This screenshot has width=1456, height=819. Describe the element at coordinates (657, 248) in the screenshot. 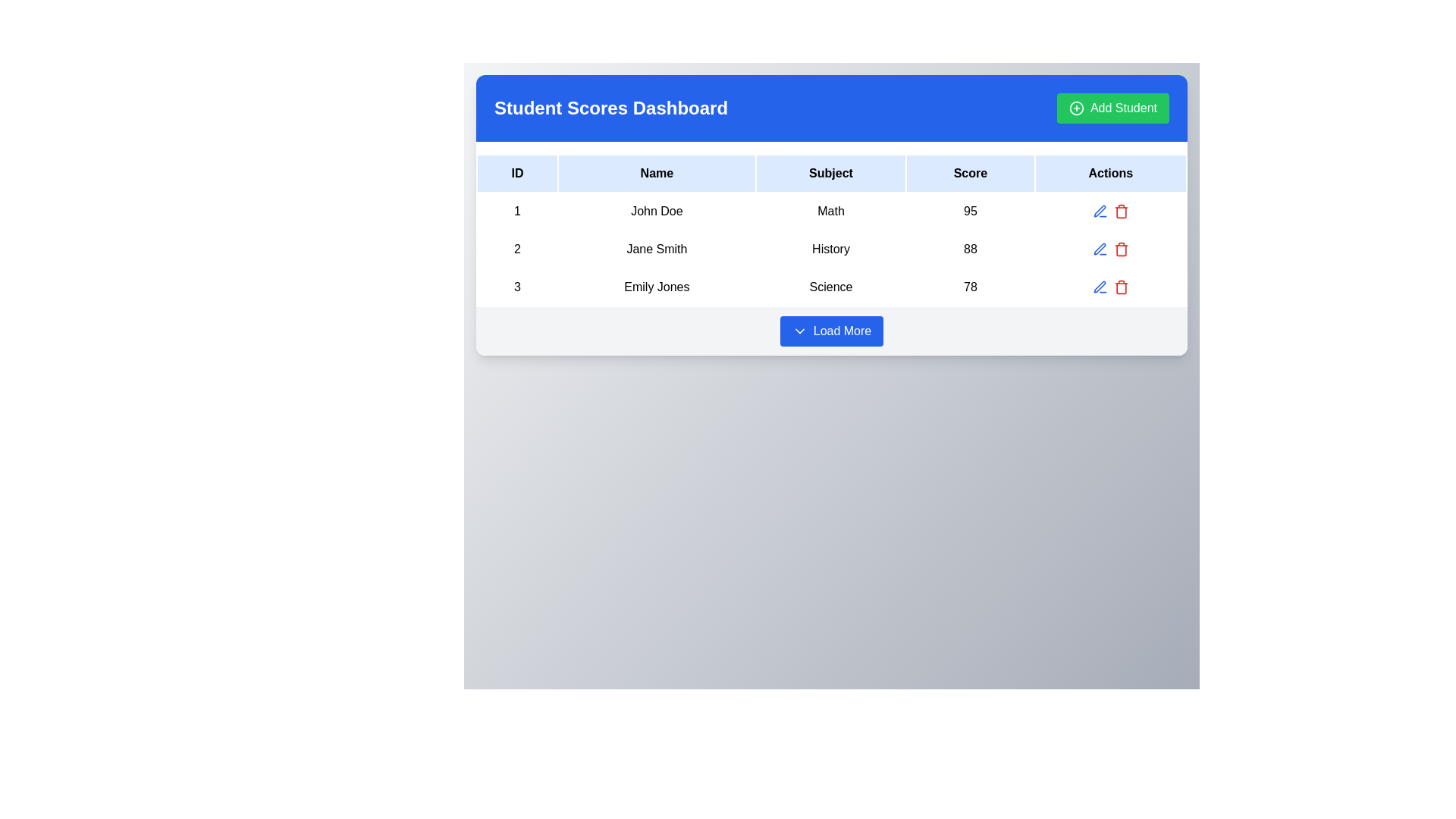

I see `the Text label displaying a name in the second row and second column of the table within the dashboard interface` at that location.